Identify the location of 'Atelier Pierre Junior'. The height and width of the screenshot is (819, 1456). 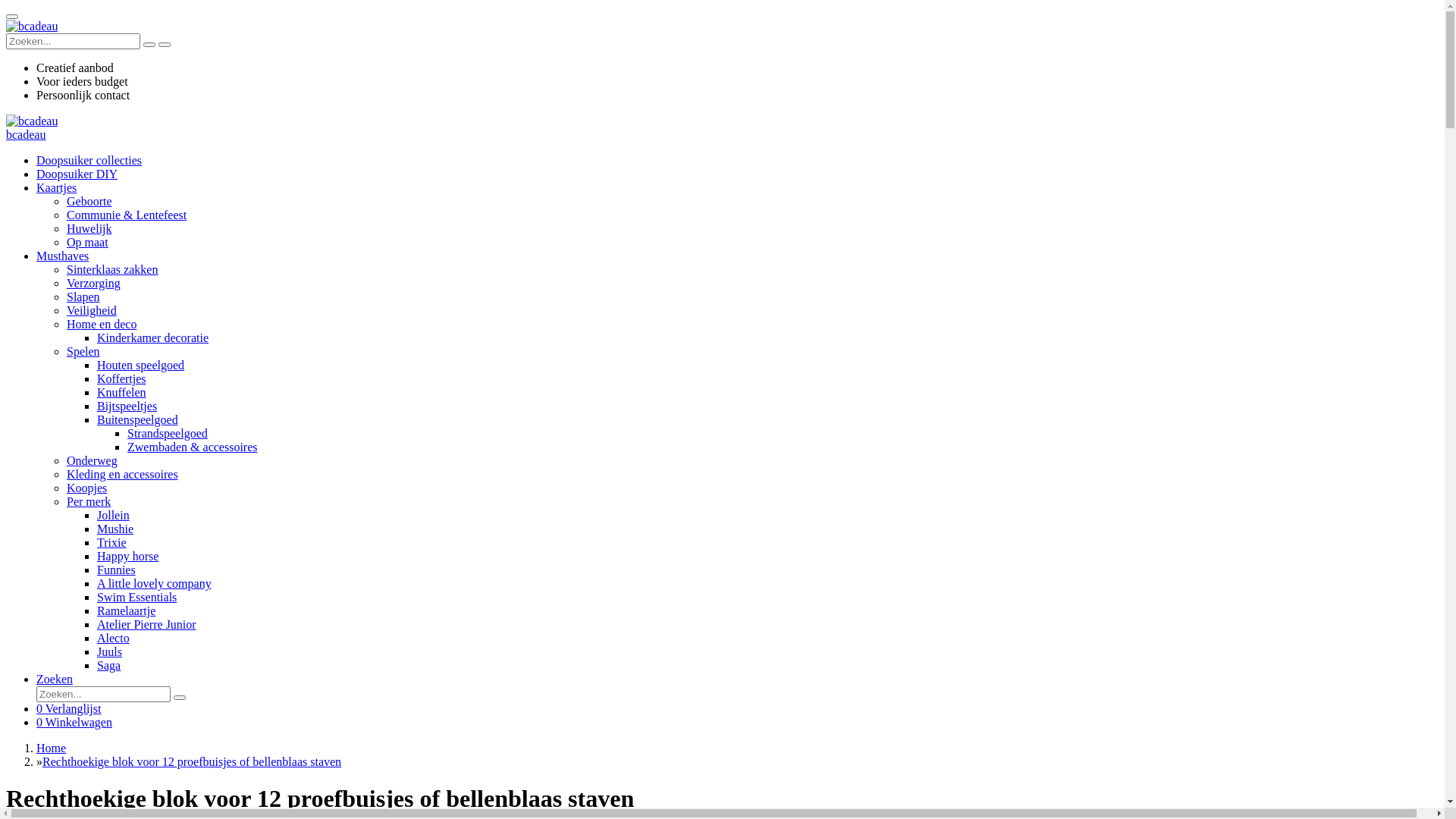
(146, 624).